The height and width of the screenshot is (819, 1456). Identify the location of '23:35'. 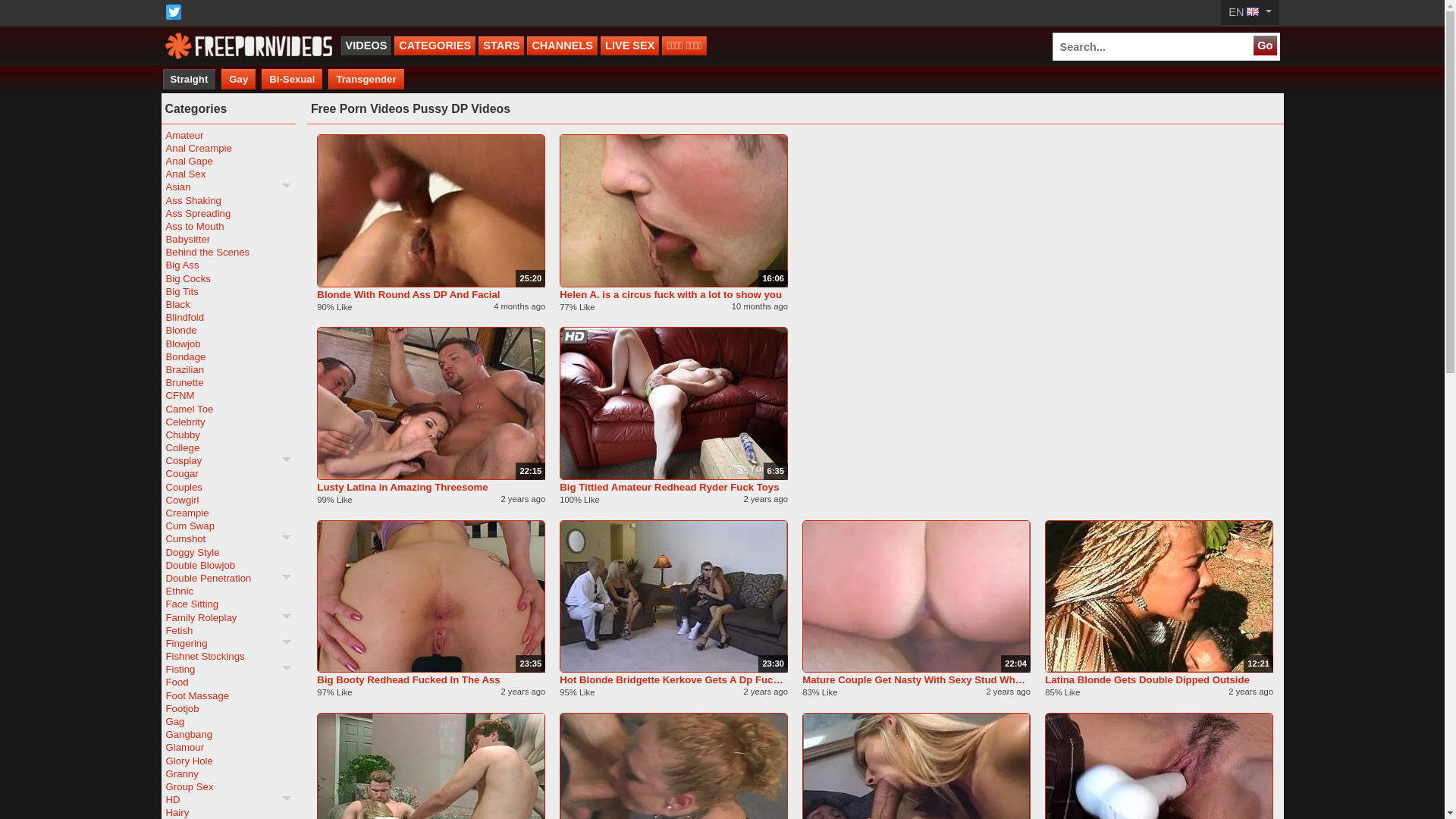
(430, 595).